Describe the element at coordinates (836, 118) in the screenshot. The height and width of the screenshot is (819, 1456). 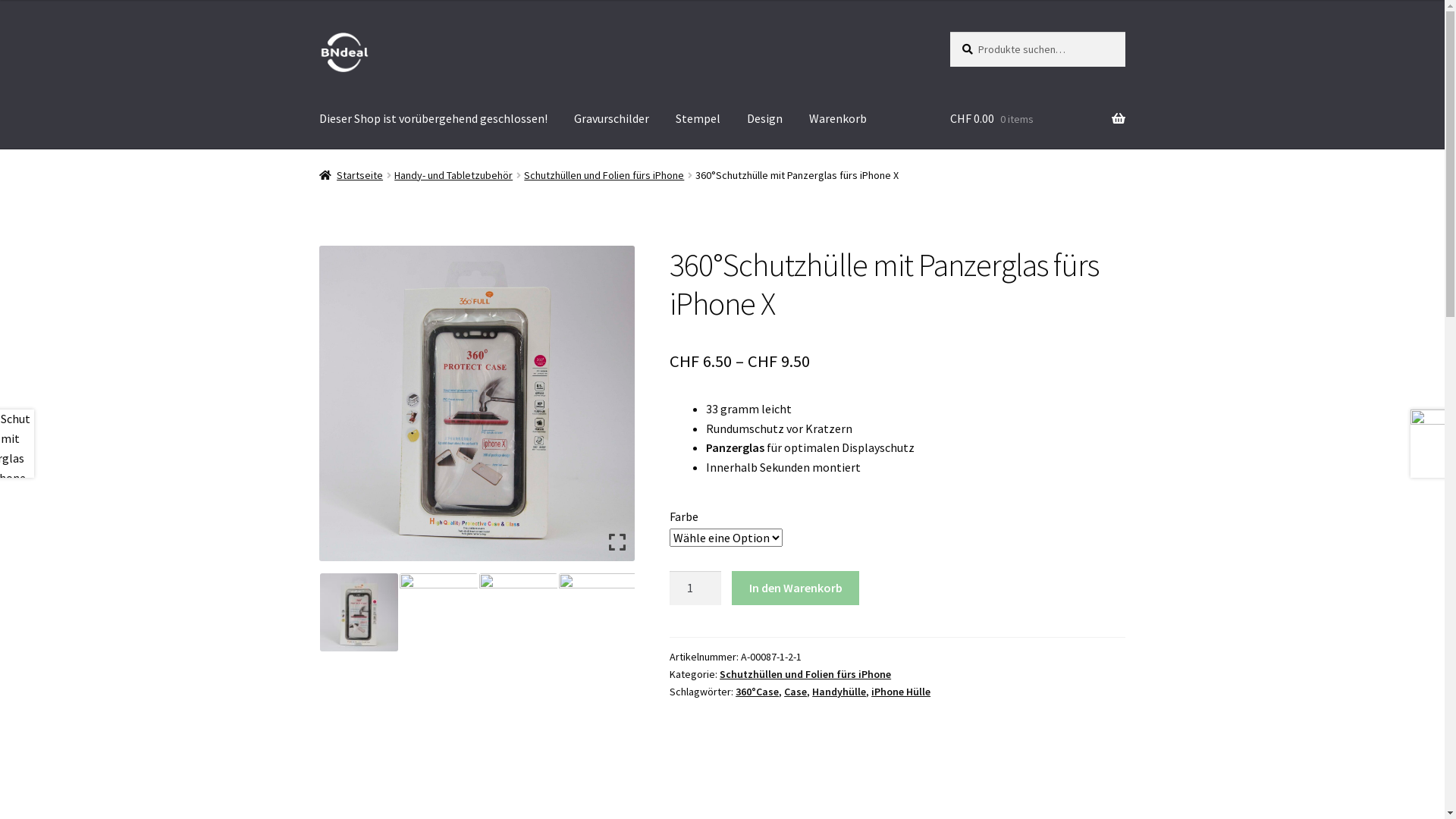
I see `'Warenkorb'` at that location.